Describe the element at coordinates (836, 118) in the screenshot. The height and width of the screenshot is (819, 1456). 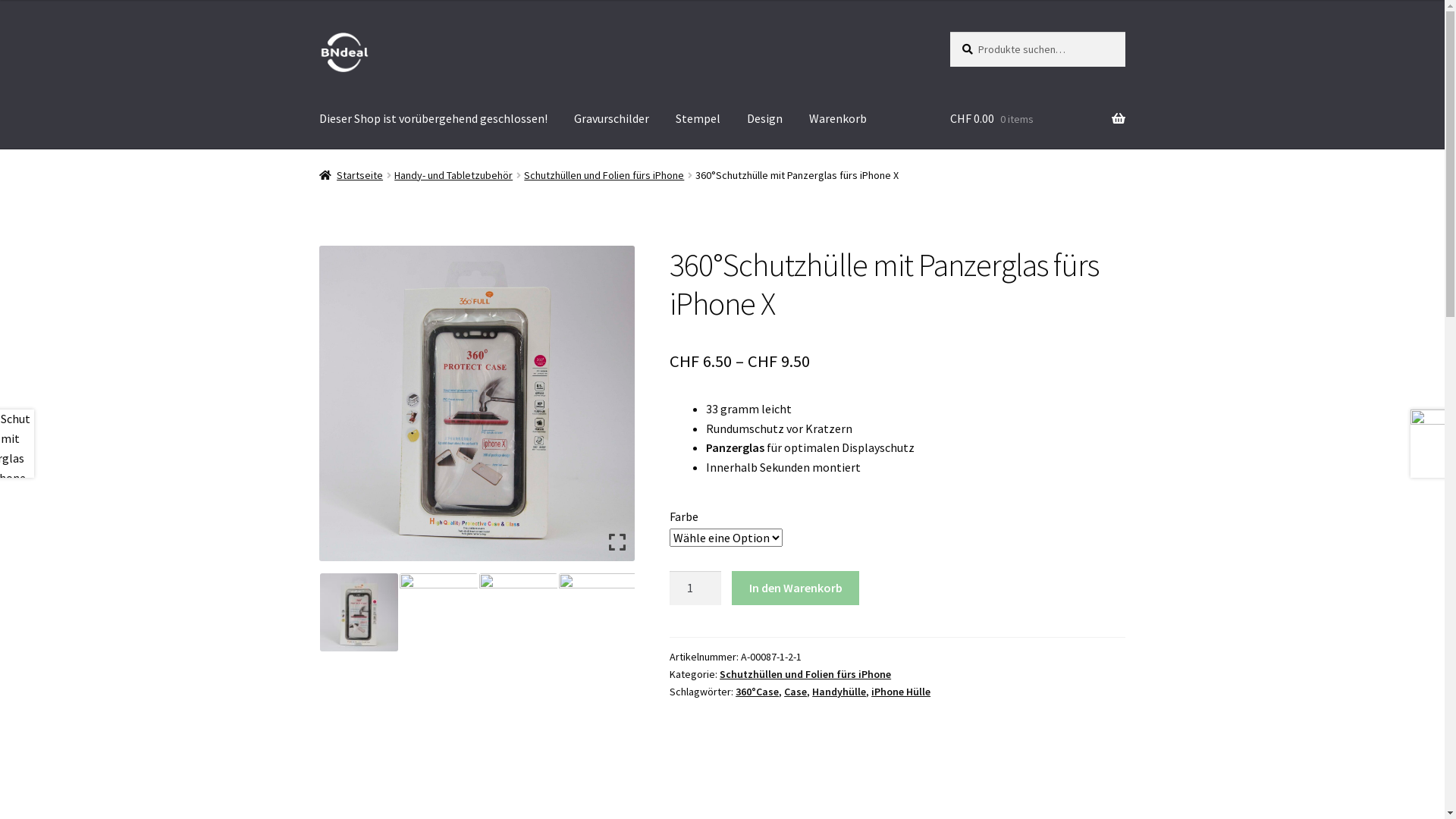
I see `'Warenkorb'` at that location.